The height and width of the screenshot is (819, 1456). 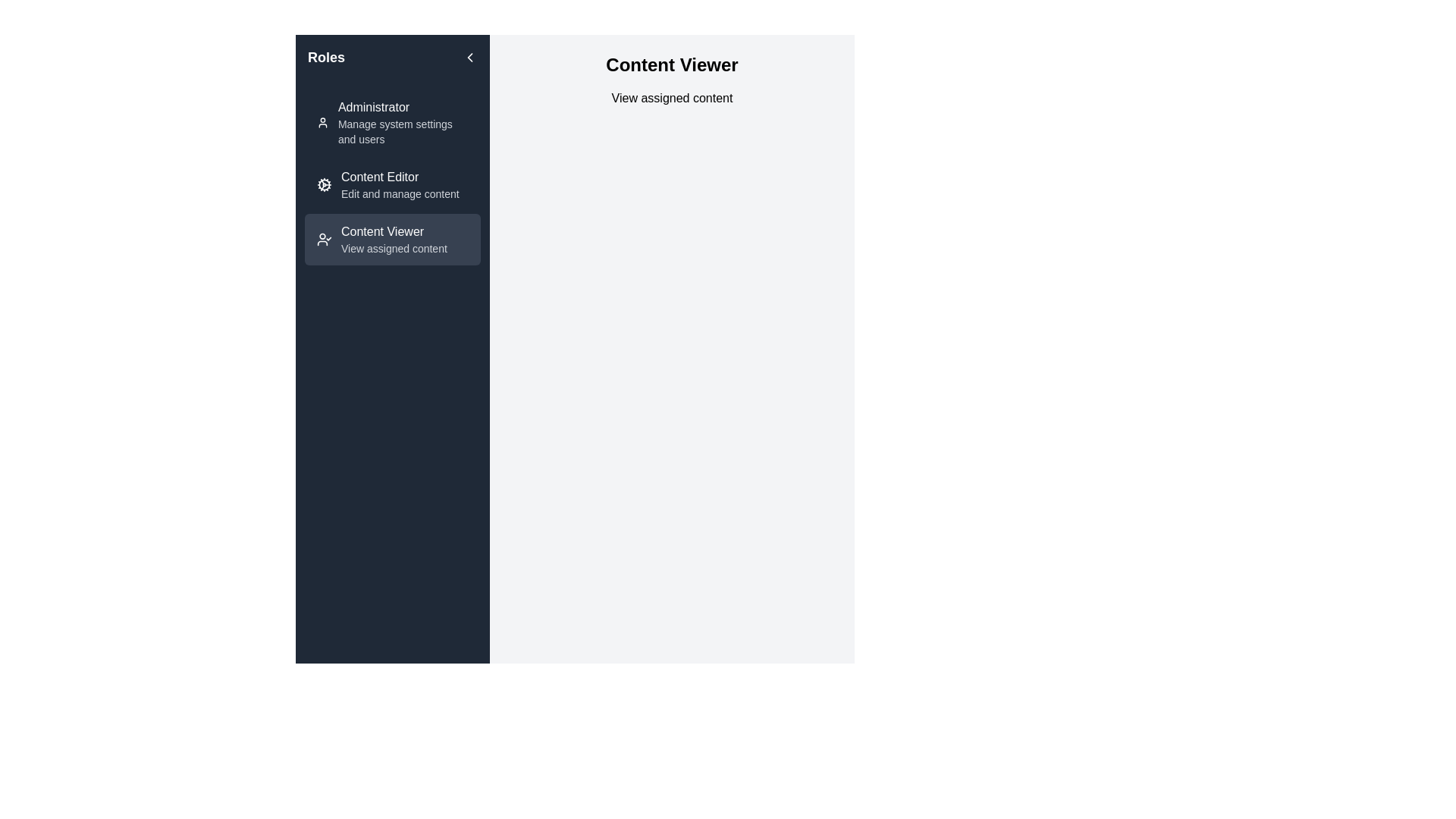 I want to click on the Text Label that serves as a description for the 'Content Editor' section, positioned directly beneath the 'Content Editor' title in the sidebar, so click(x=400, y=193).